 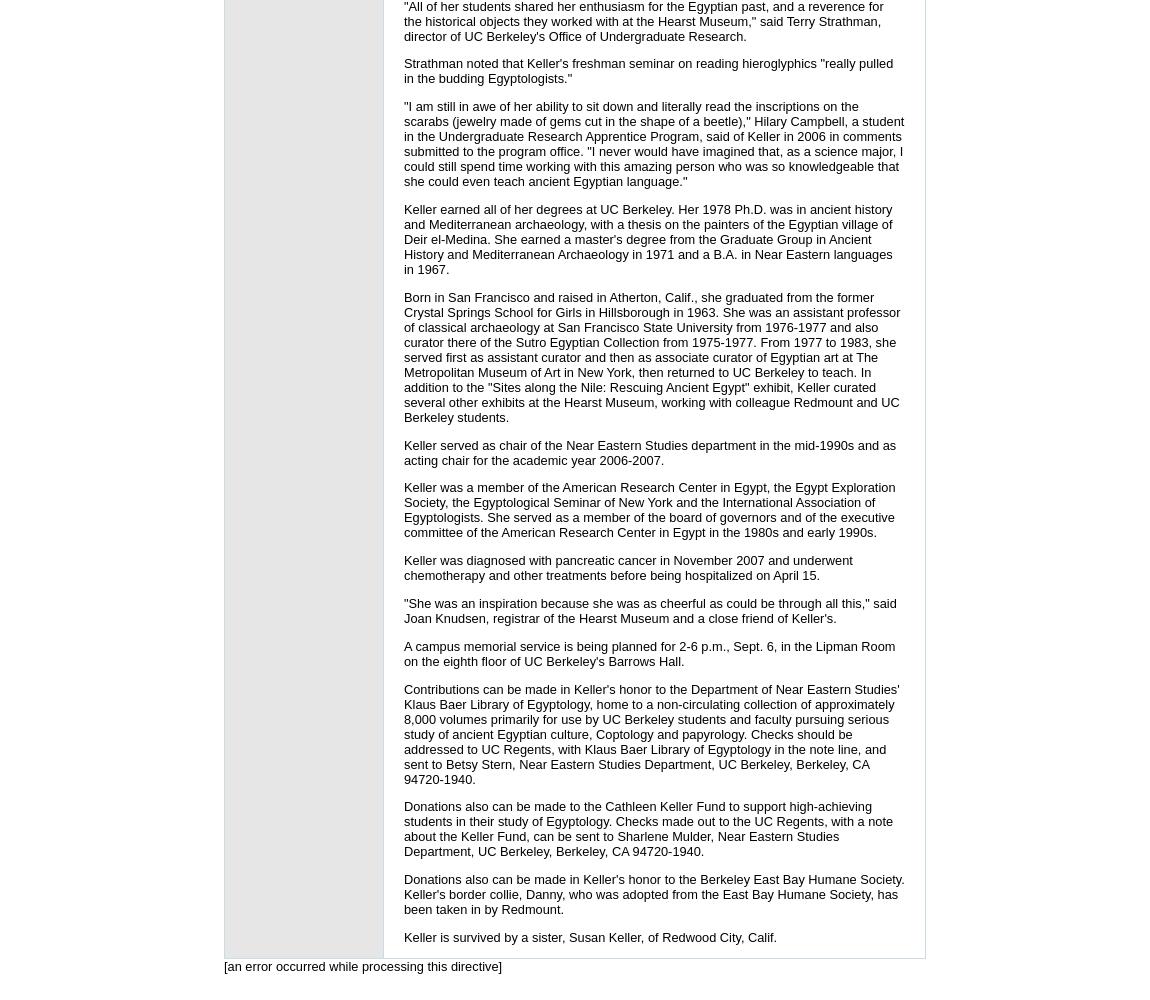 I want to click on '"She was an inspiration because she was as cheerful as could be through all this," said Joan Knudsen, registrar of the Hearst Museum and a close friend of Keller's.', so click(x=648, y=610).